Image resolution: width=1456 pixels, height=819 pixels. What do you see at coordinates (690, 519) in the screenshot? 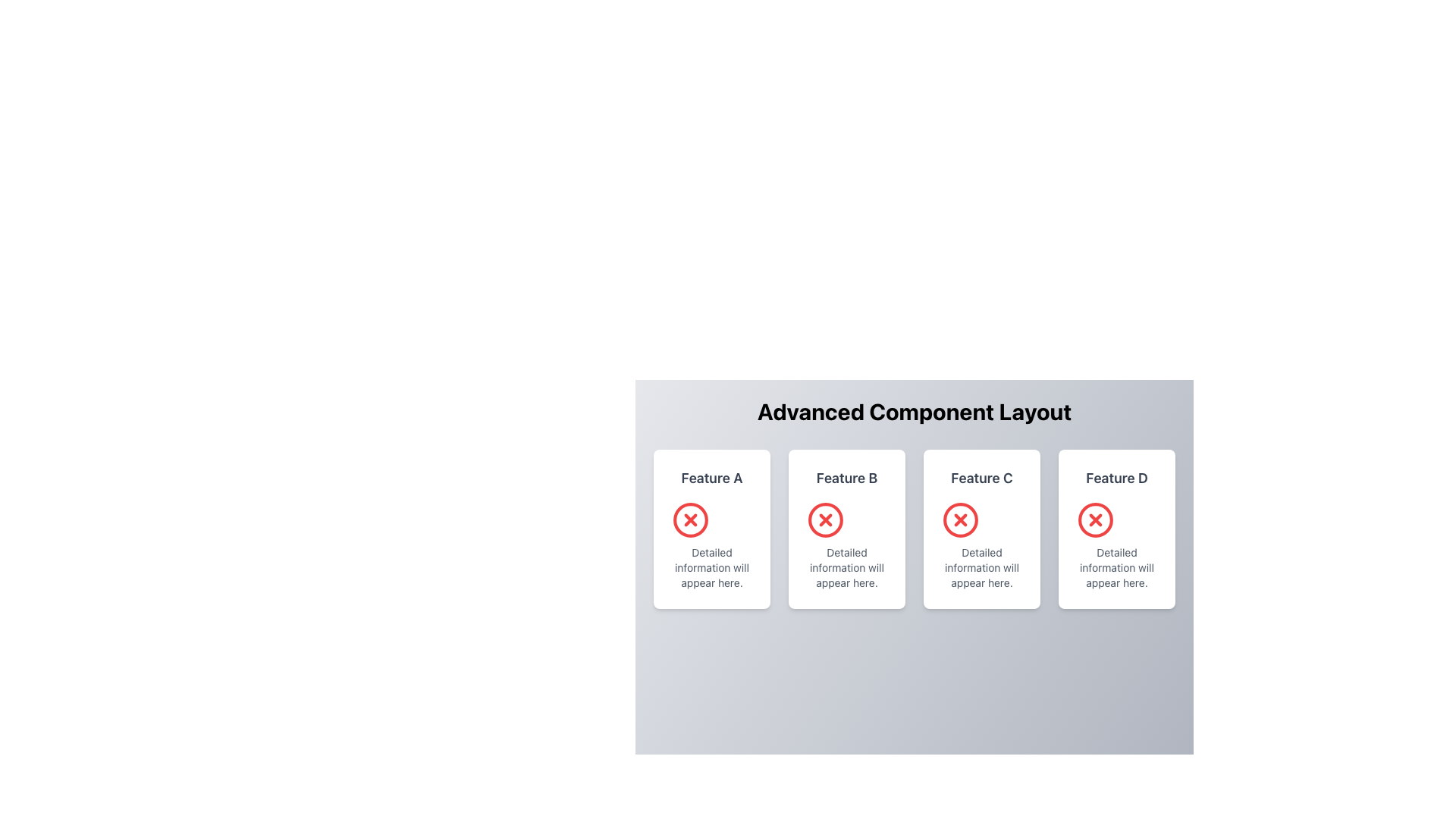
I see `the circular icon element that outlines the cross (X) symbol in the first card labeled 'Feature A'` at bounding box center [690, 519].